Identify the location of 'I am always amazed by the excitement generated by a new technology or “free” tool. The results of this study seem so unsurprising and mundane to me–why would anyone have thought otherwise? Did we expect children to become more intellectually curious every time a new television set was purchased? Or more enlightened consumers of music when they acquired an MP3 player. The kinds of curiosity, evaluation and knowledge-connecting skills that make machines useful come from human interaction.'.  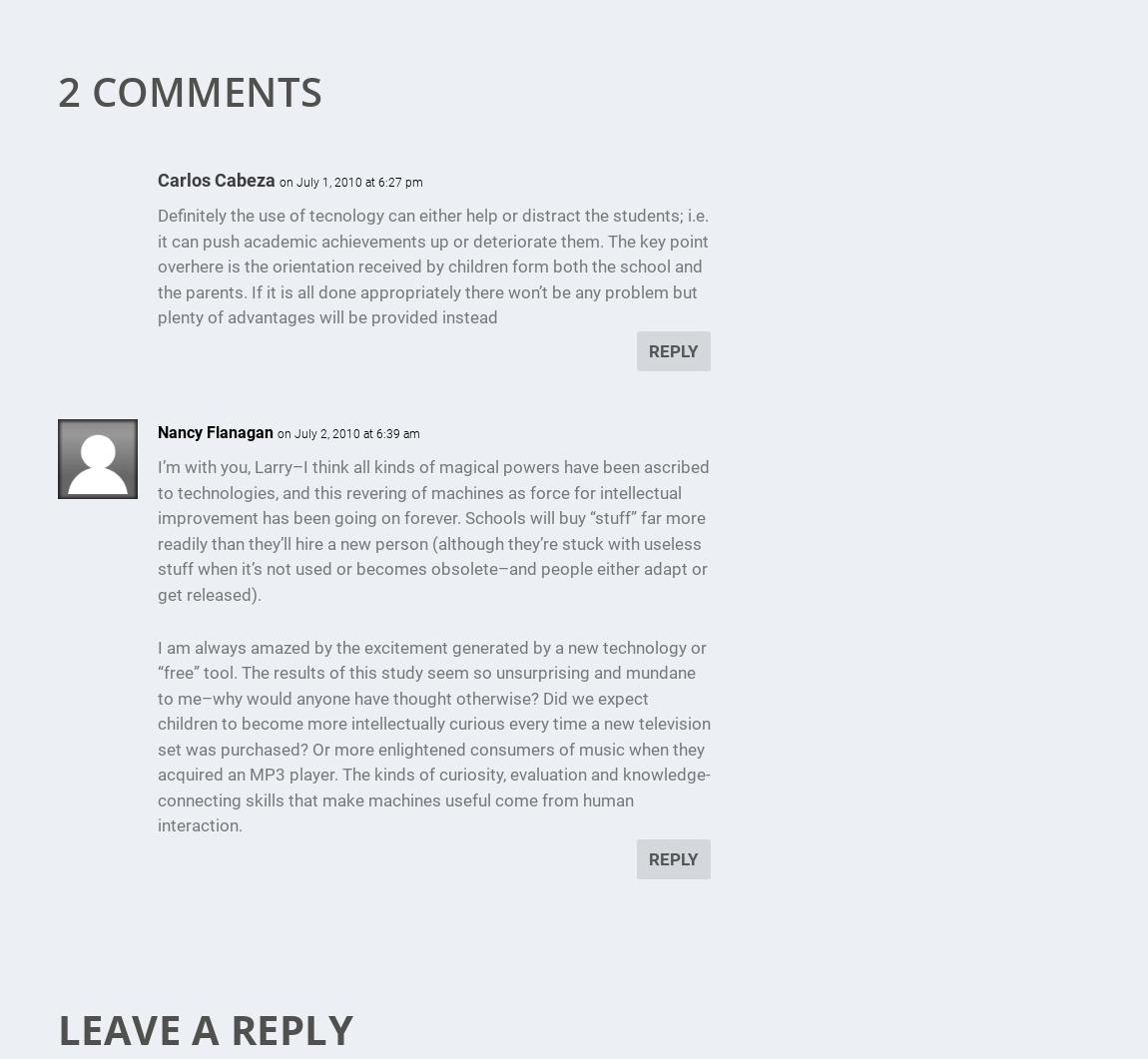
(433, 737).